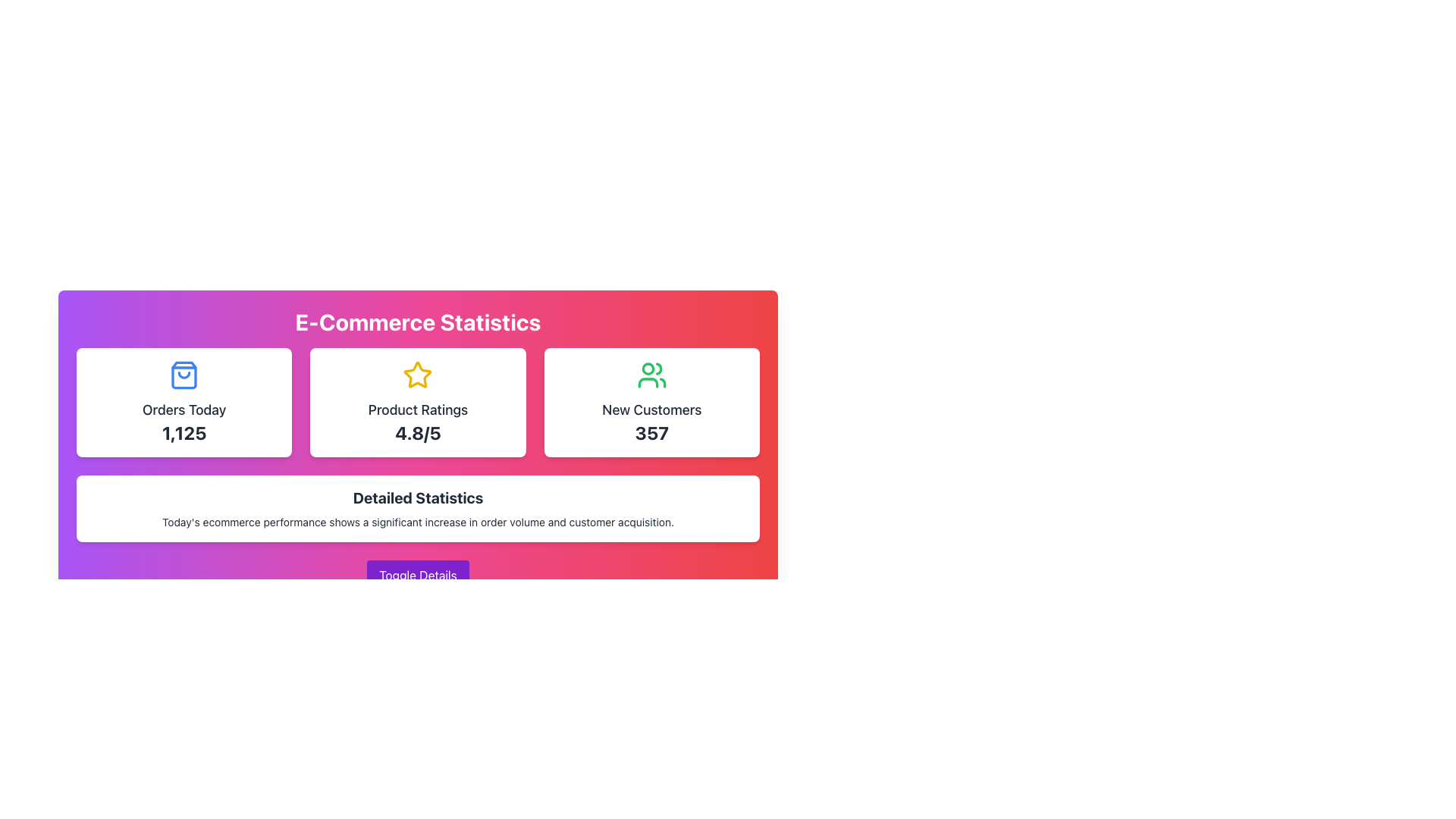  Describe the element at coordinates (418, 375) in the screenshot. I see `the star-shaped icon with a yellow outline located in the middle block titled 'Product Ratings', positioned above the rating value '4.8/5'` at that location.